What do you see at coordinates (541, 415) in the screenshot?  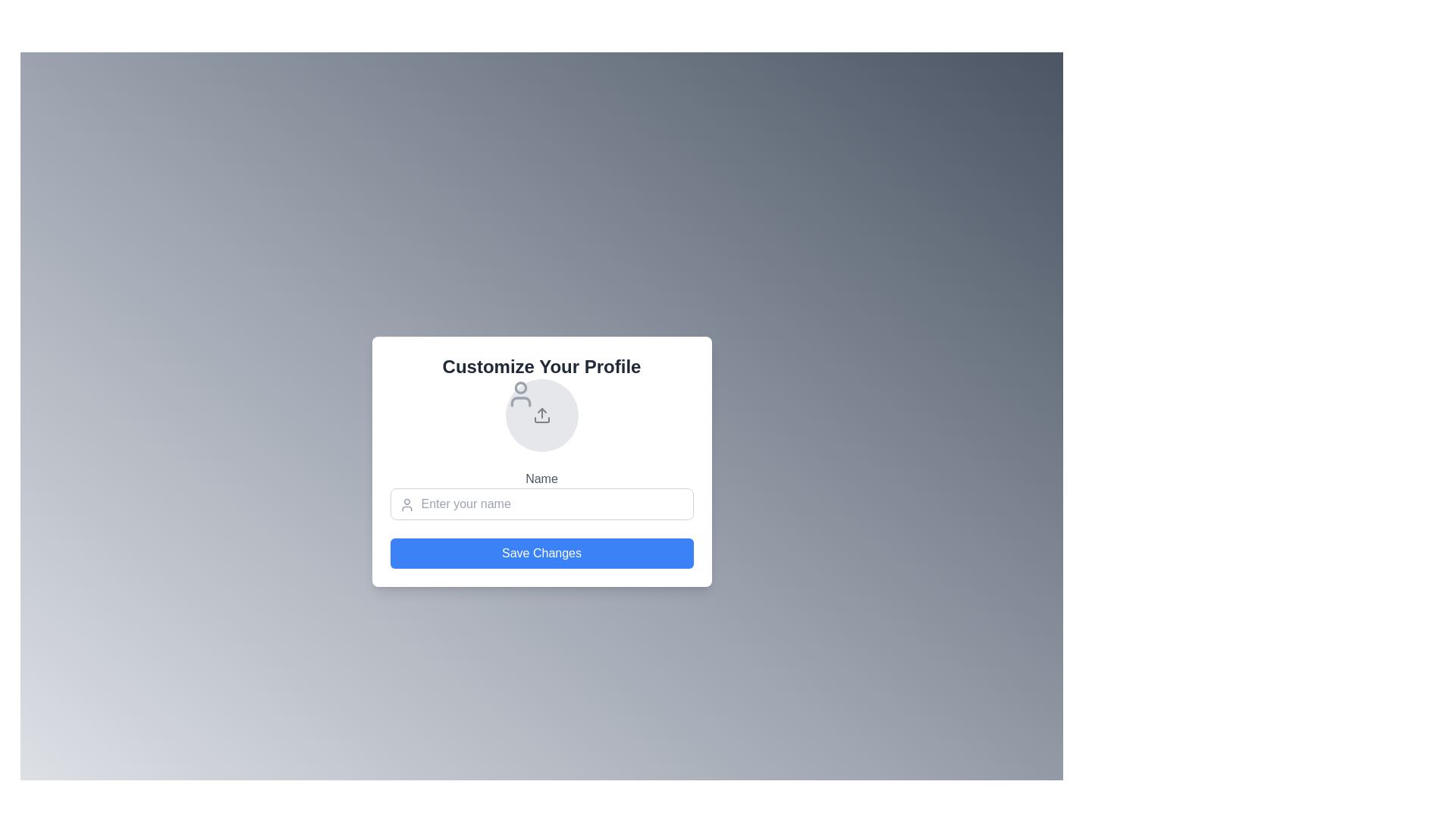 I see `the circular image upload placeholder icon in the modal, located beneath the title 'Customize Your Profile'` at bounding box center [541, 415].